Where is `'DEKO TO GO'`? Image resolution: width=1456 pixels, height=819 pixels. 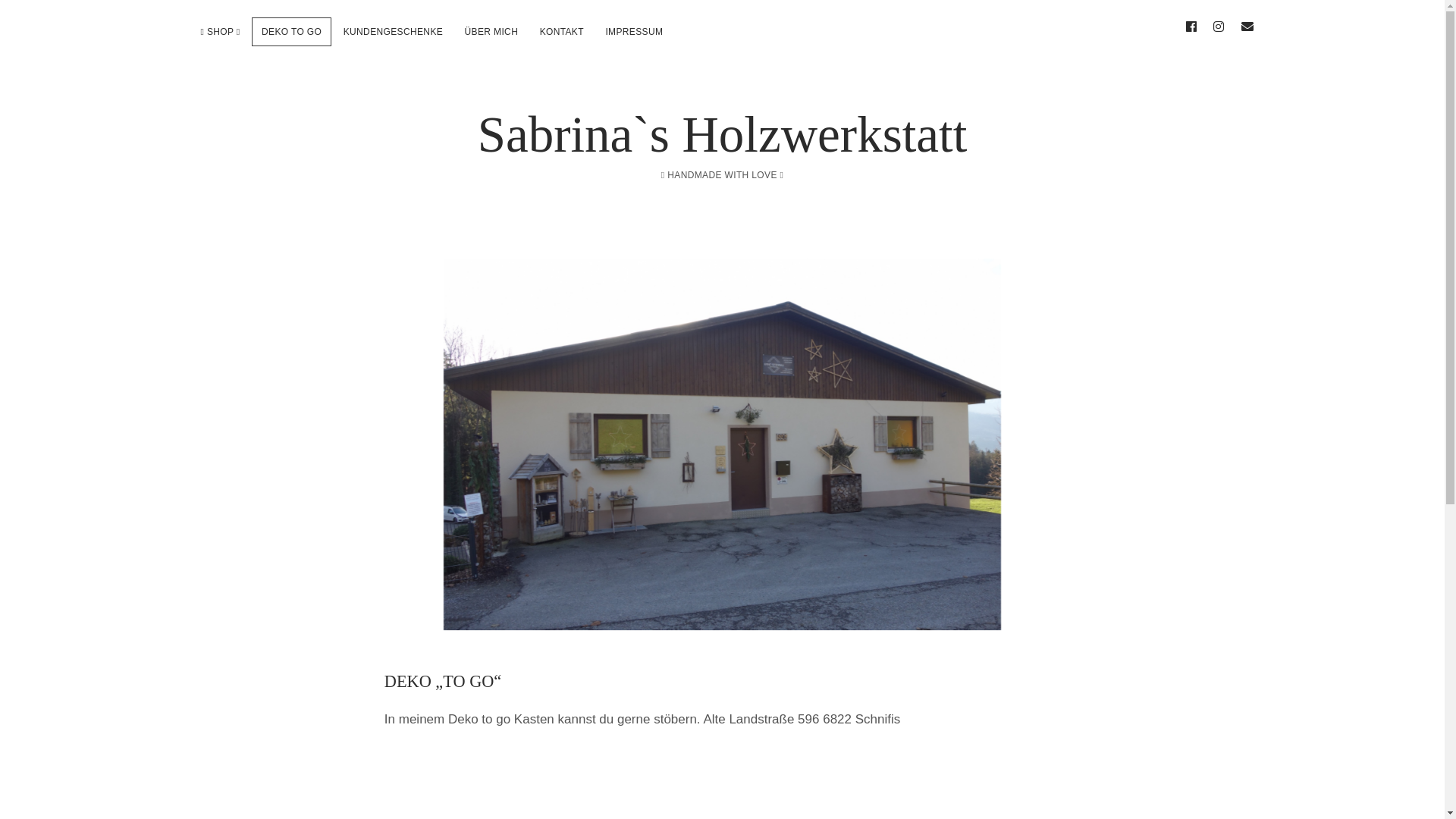
'DEKO TO GO' is located at coordinates (291, 32).